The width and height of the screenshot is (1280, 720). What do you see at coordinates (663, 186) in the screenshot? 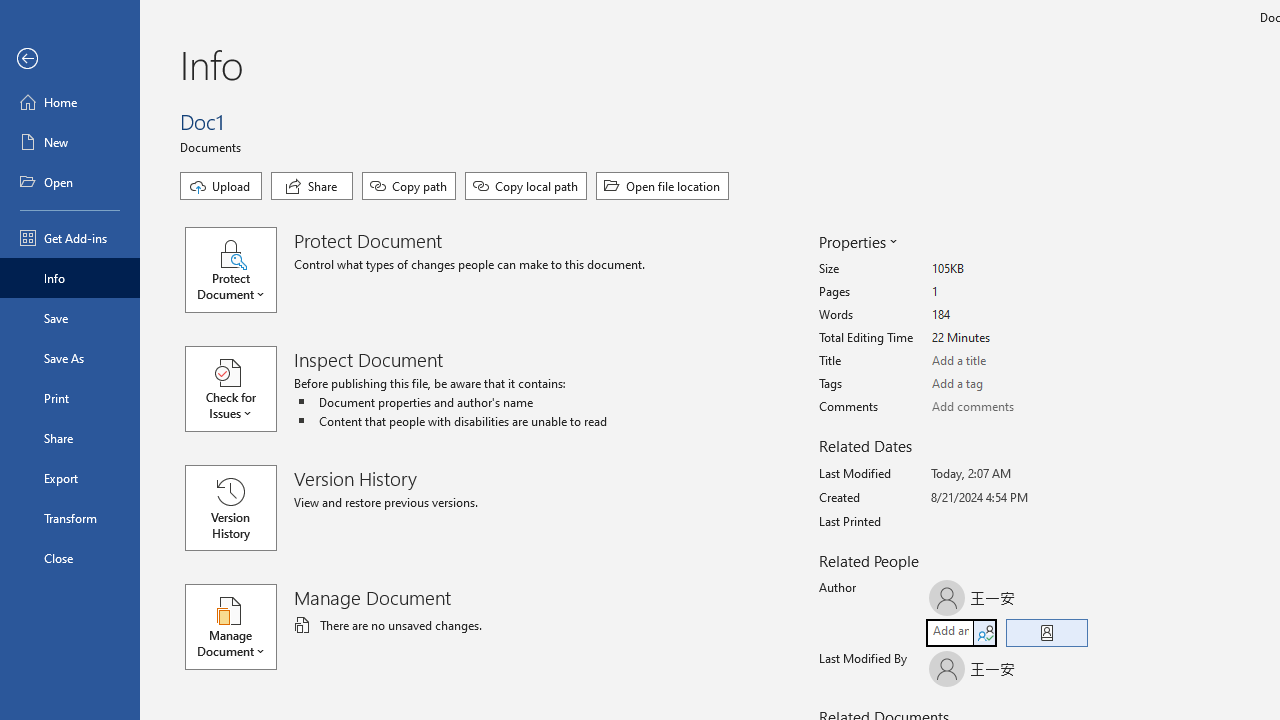
I see `'Open file location'` at bounding box center [663, 186].